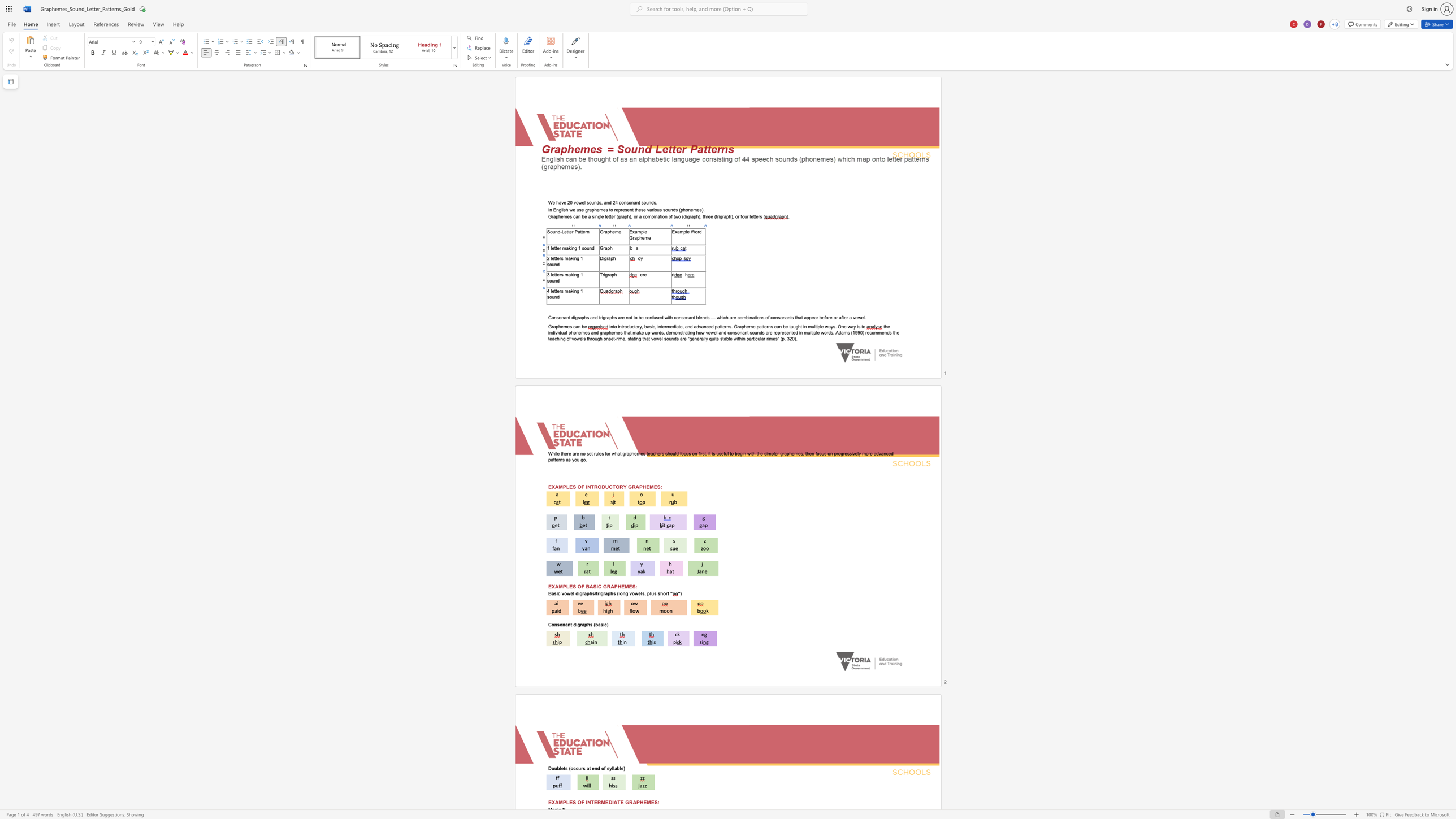 Image resolution: width=1456 pixels, height=819 pixels. What do you see at coordinates (638, 487) in the screenshot?
I see `the space between the continuous character "A" and "P" in the text` at bounding box center [638, 487].